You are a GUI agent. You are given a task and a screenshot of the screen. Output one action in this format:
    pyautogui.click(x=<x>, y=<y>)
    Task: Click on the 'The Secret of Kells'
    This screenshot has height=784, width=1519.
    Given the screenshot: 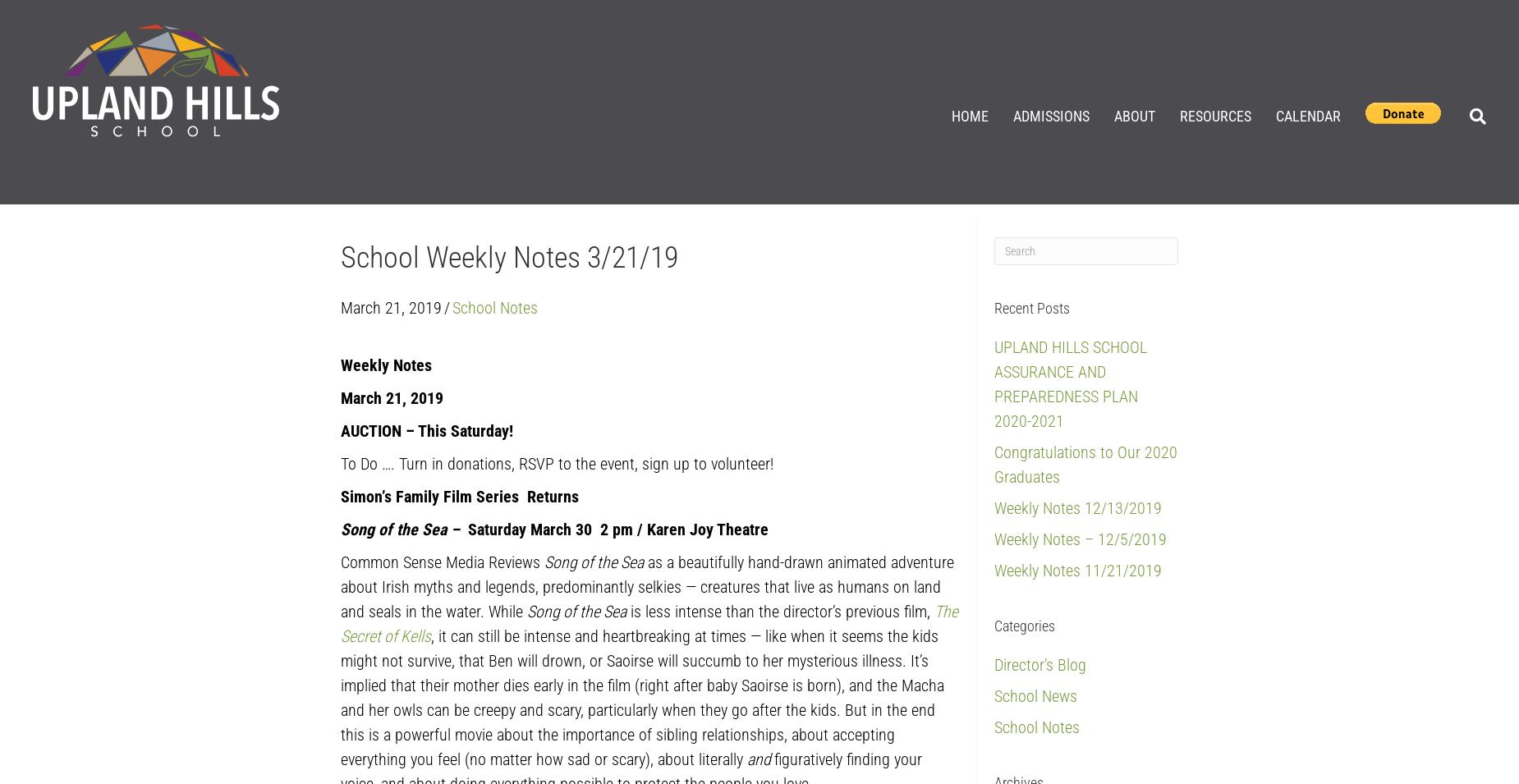 What is the action you would take?
    pyautogui.click(x=339, y=622)
    